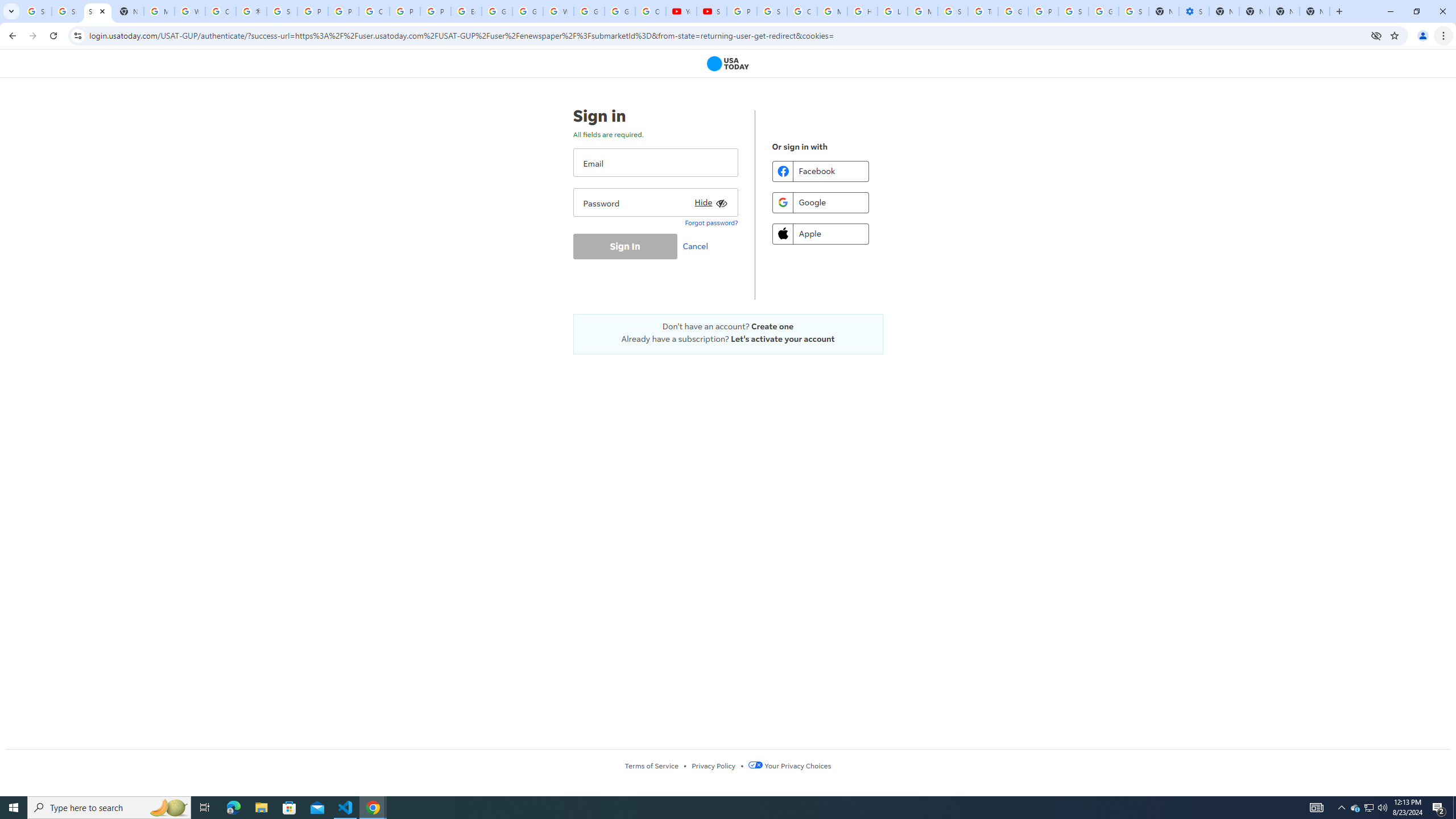 The height and width of the screenshot is (819, 1456). I want to click on 'Settings - Performance', so click(1194, 11).